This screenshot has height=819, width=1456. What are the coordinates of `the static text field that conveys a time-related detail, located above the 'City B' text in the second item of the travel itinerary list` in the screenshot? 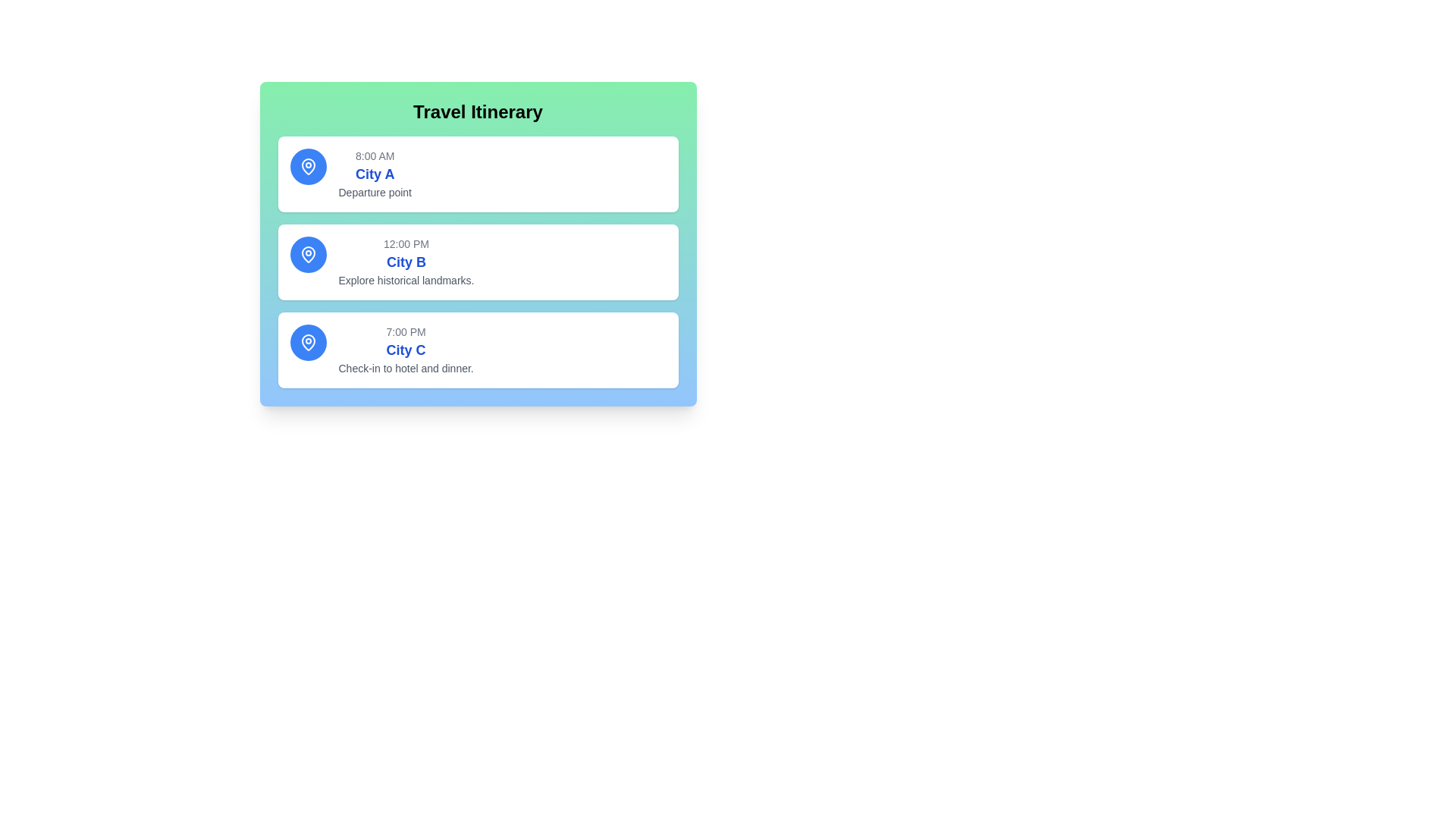 It's located at (406, 243).